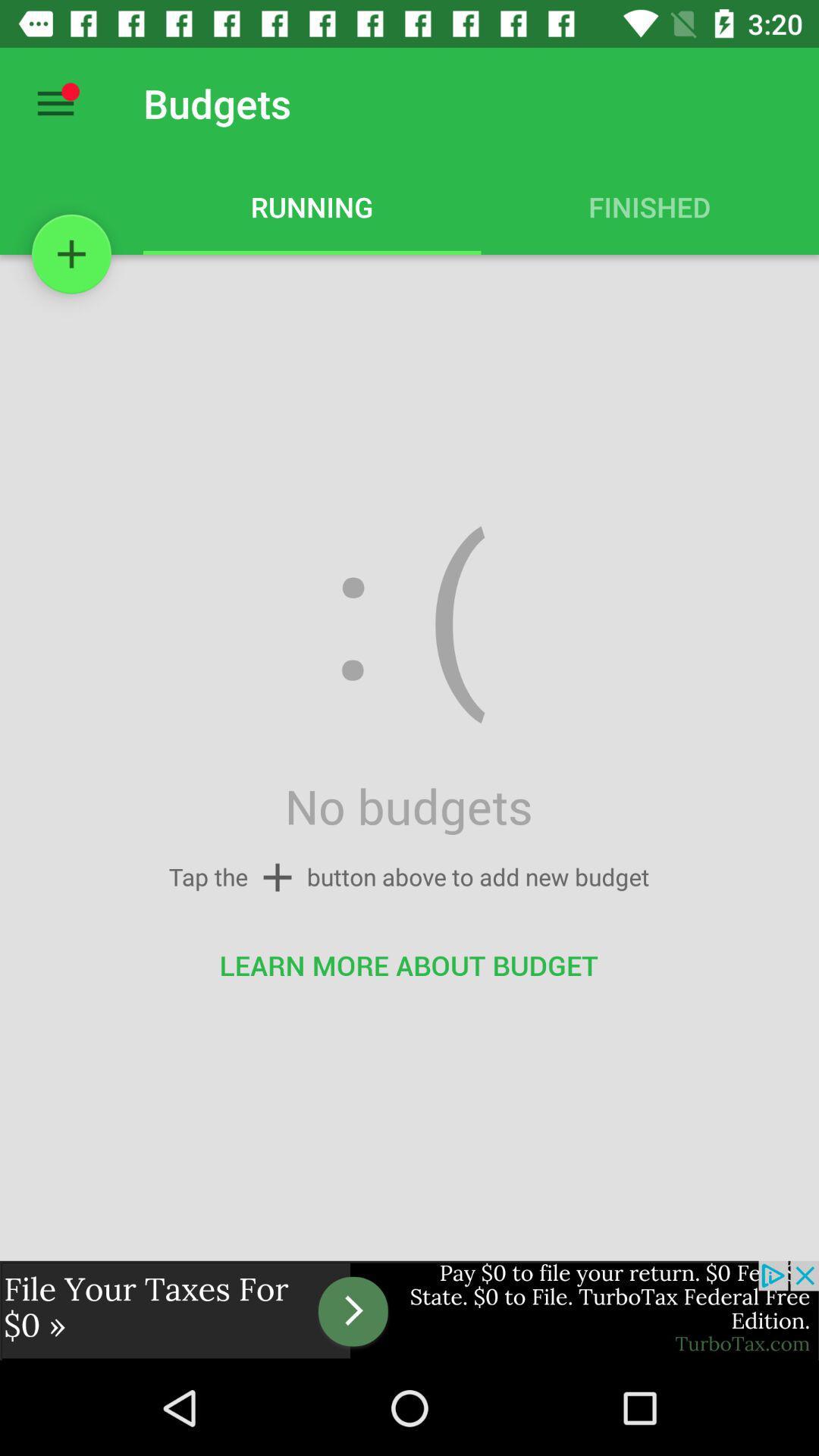 This screenshot has width=819, height=1456. I want to click on advertisements, so click(409, 1310).